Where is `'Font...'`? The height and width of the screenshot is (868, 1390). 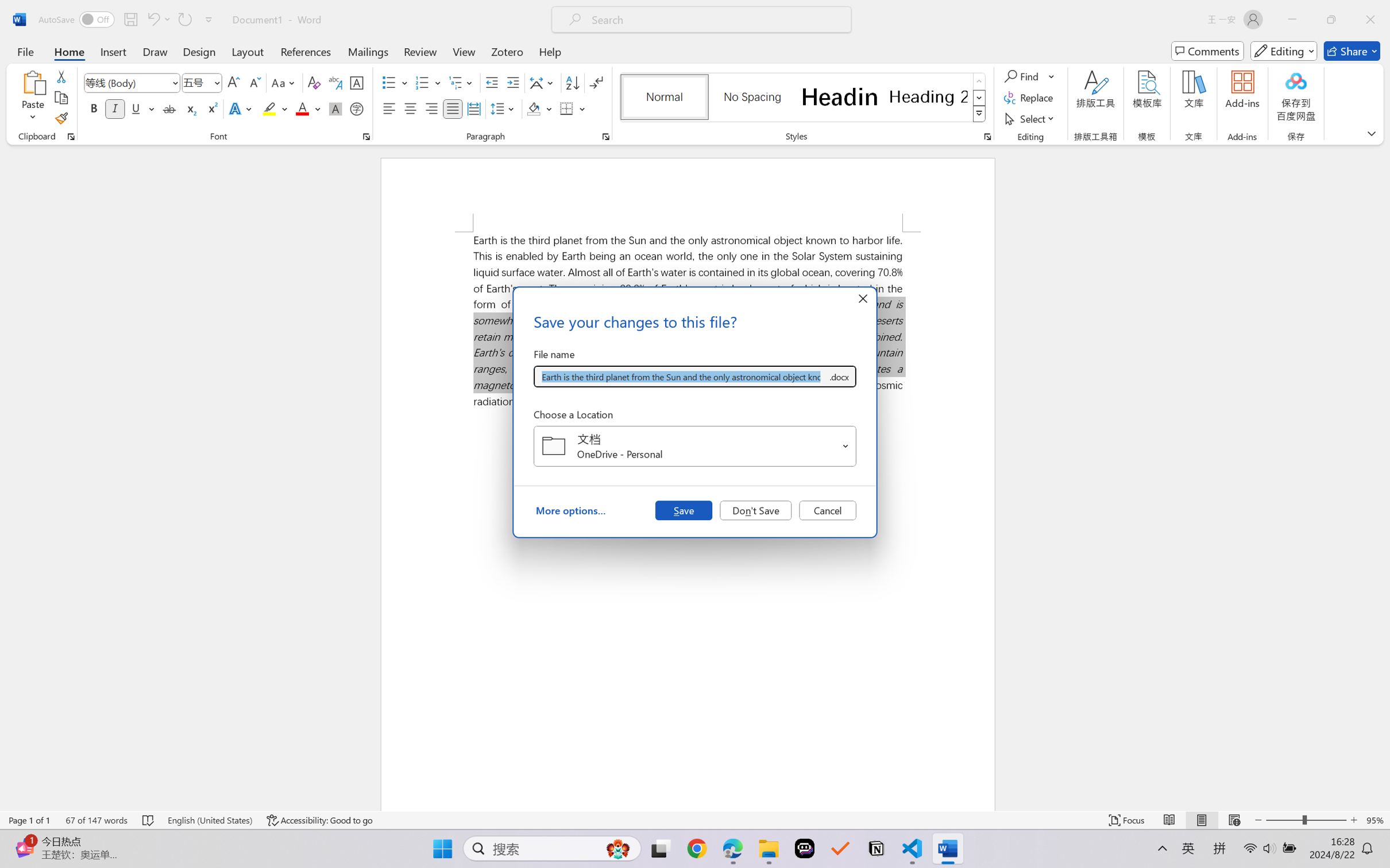
'Font...' is located at coordinates (366, 136).